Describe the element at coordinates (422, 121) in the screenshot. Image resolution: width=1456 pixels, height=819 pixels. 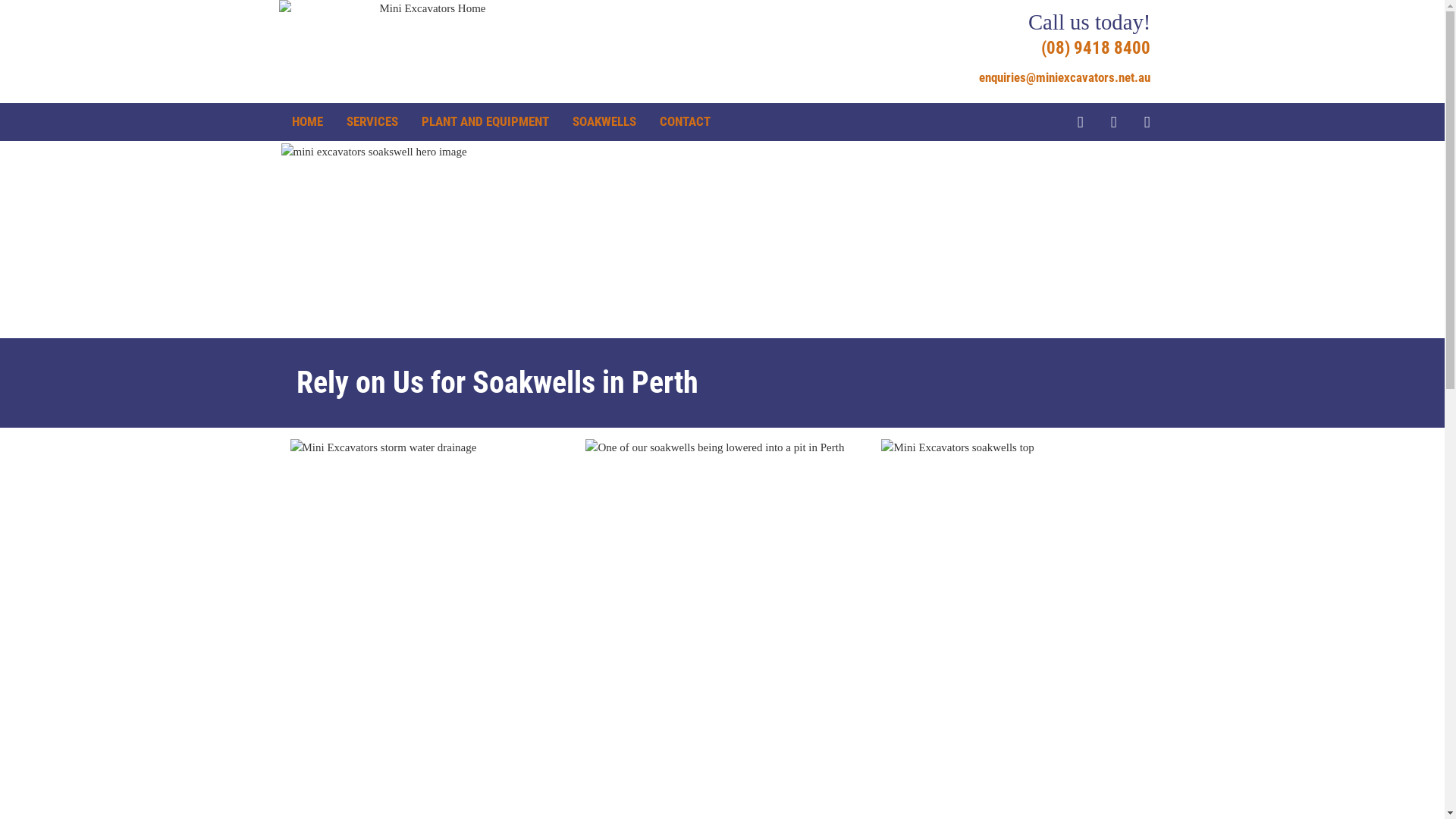
I see `'PLANT AND EQUIPMENT'` at that location.